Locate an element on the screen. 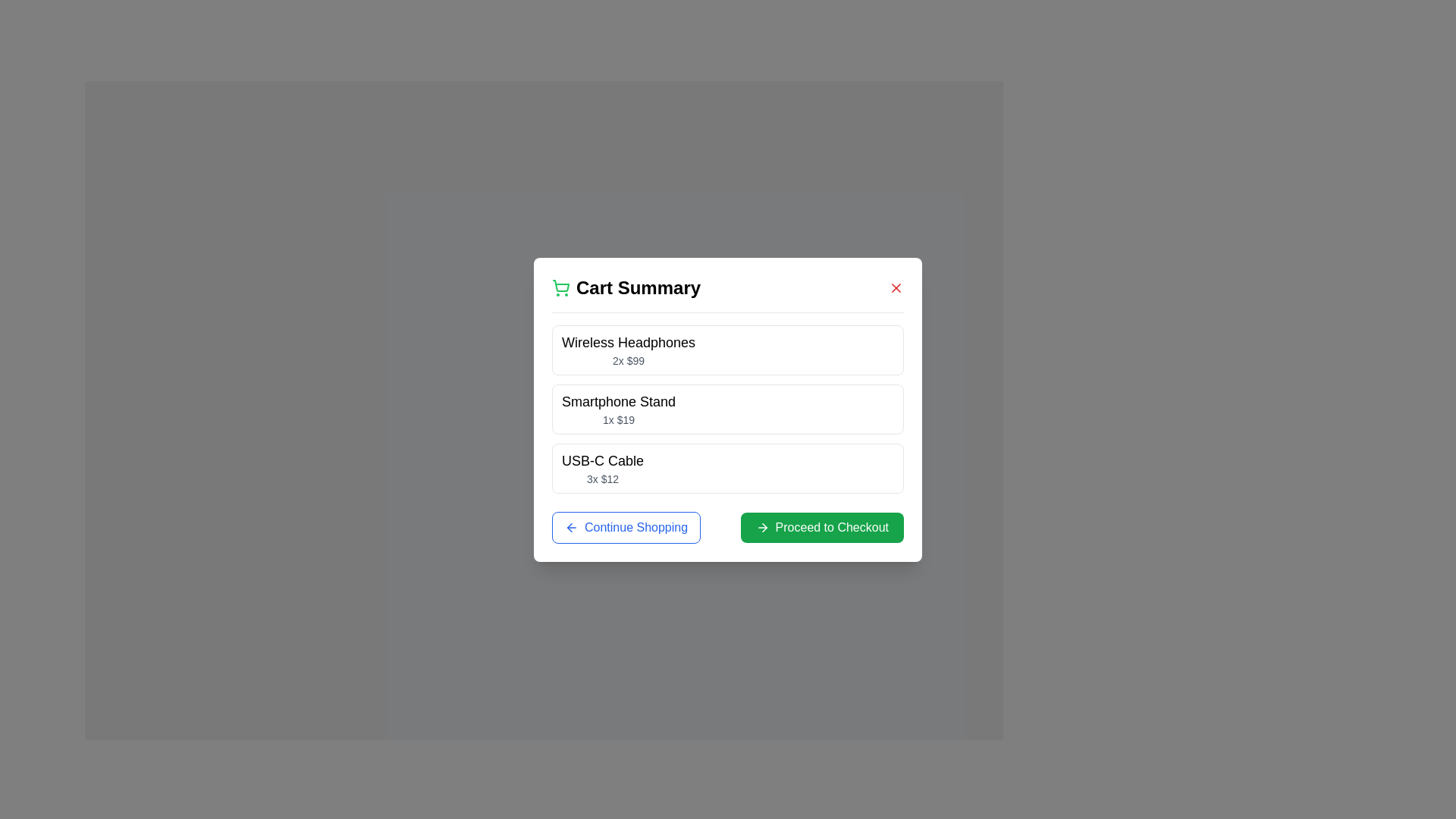 The height and width of the screenshot is (819, 1456). the close button in the top-right corner of the 'Cart Summary' section is located at coordinates (896, 287).